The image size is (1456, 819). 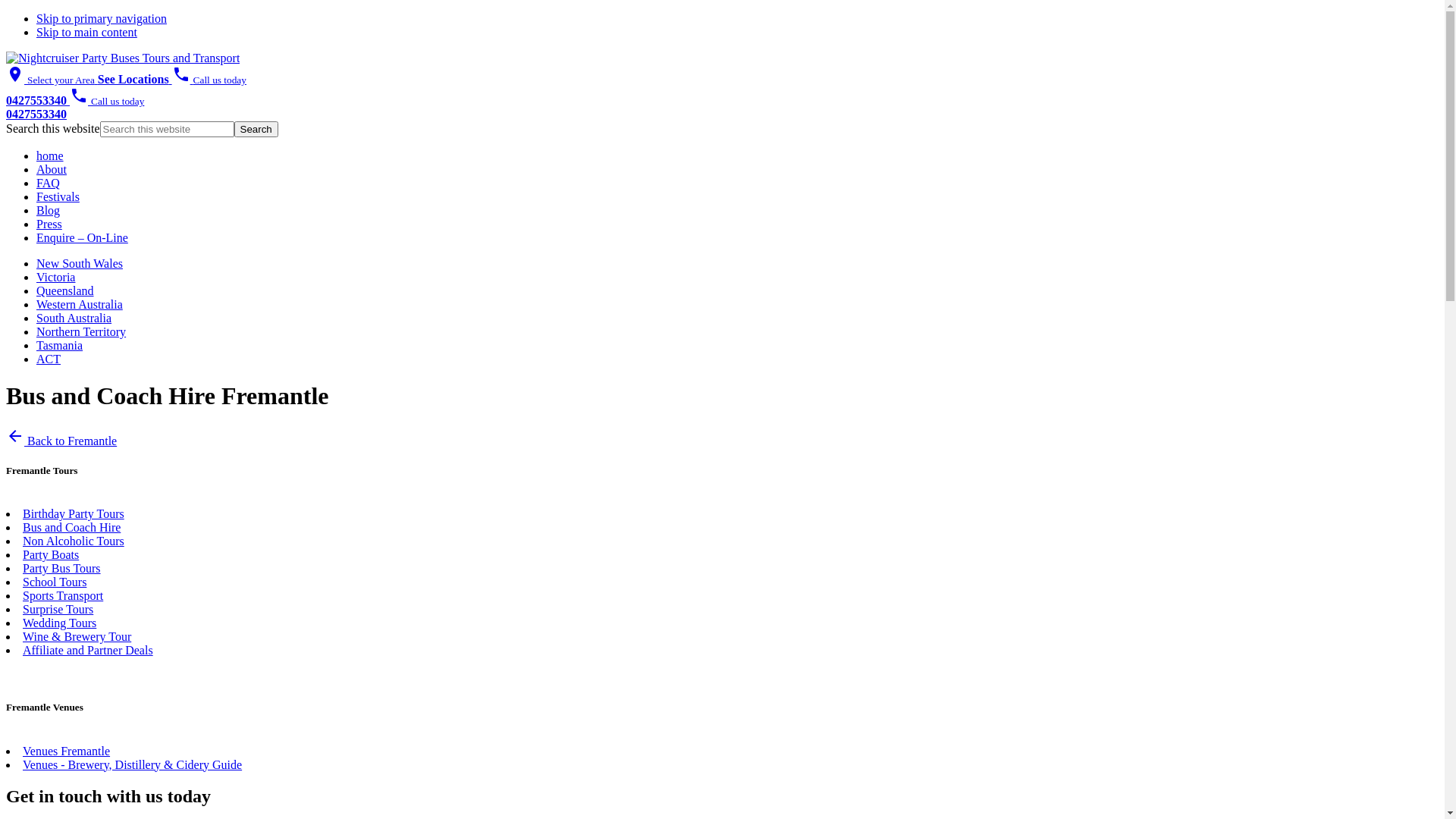 What do you see at coordinates (51, 554) in the screenshot?
I see `'Party Boats'` at bounding box center [51, 554].